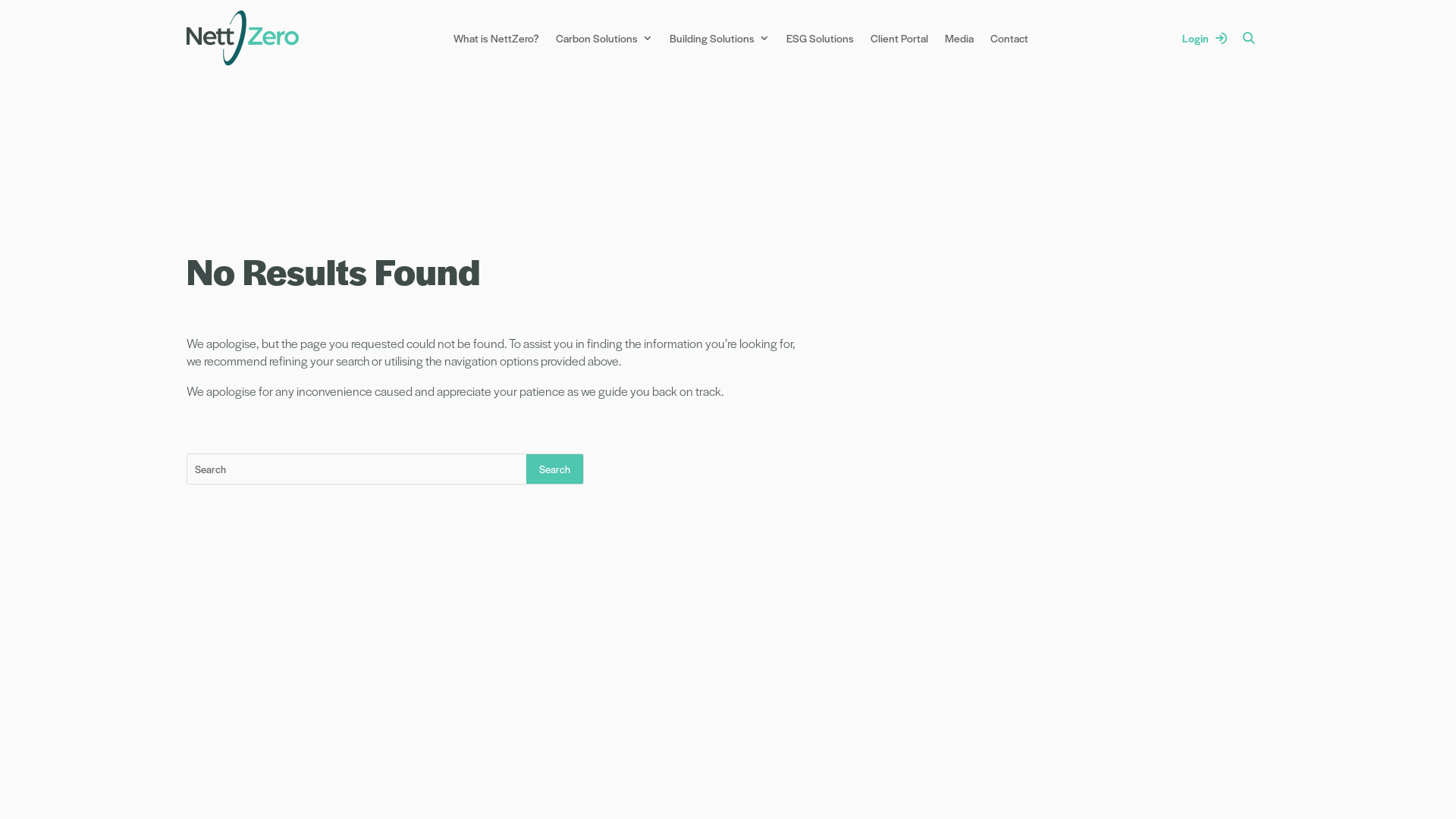 Image resolution: width=1456 pixels, height=819 pixels. What do you see at coordinates (1203, 37) in the screenshot?
I see `'Login'` at bounding box center [1203, 37].